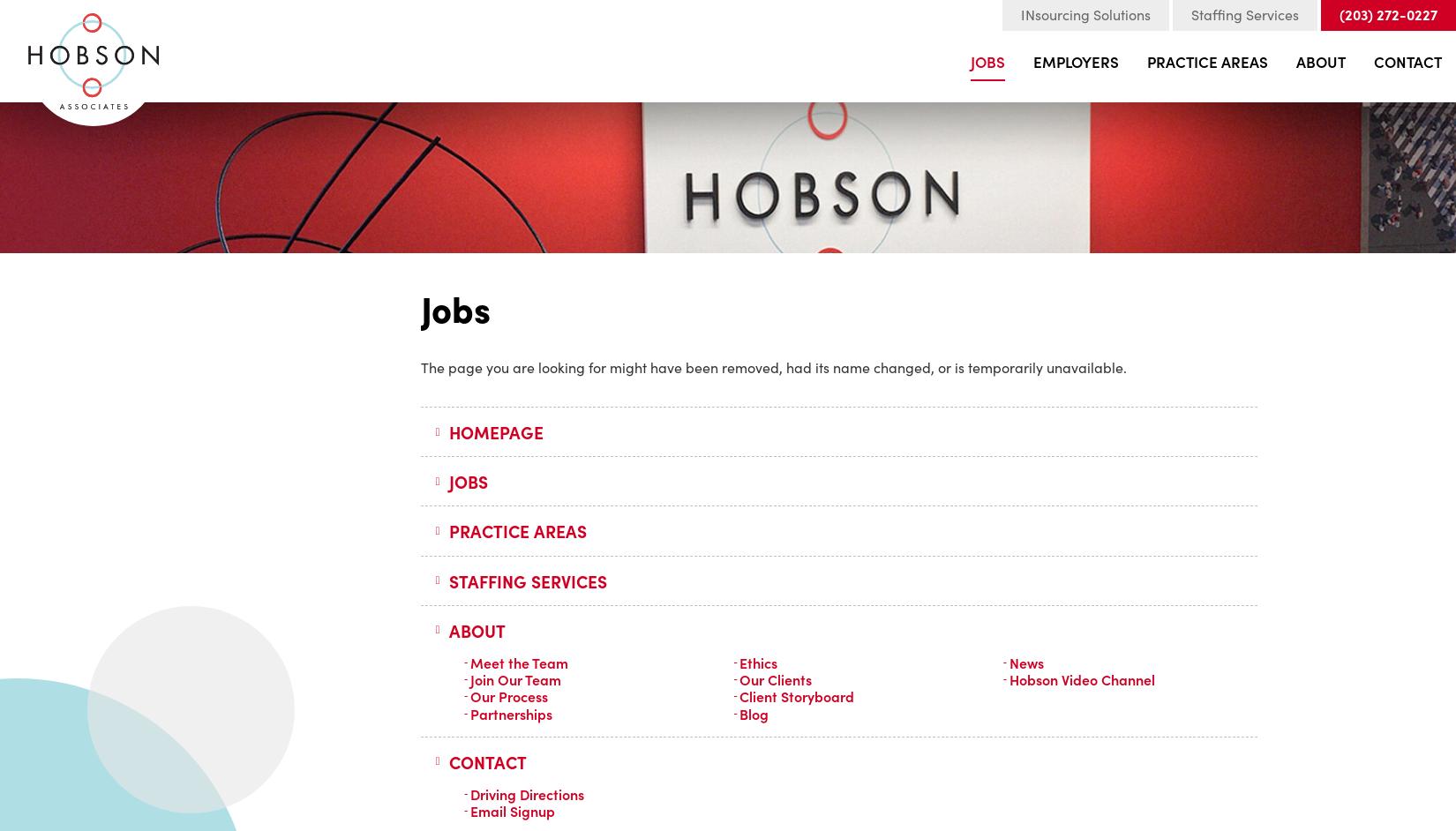  Describe the element at coordinates (1203, 348) in the screenshot. I see `'Healthcare Technology'` at that location.